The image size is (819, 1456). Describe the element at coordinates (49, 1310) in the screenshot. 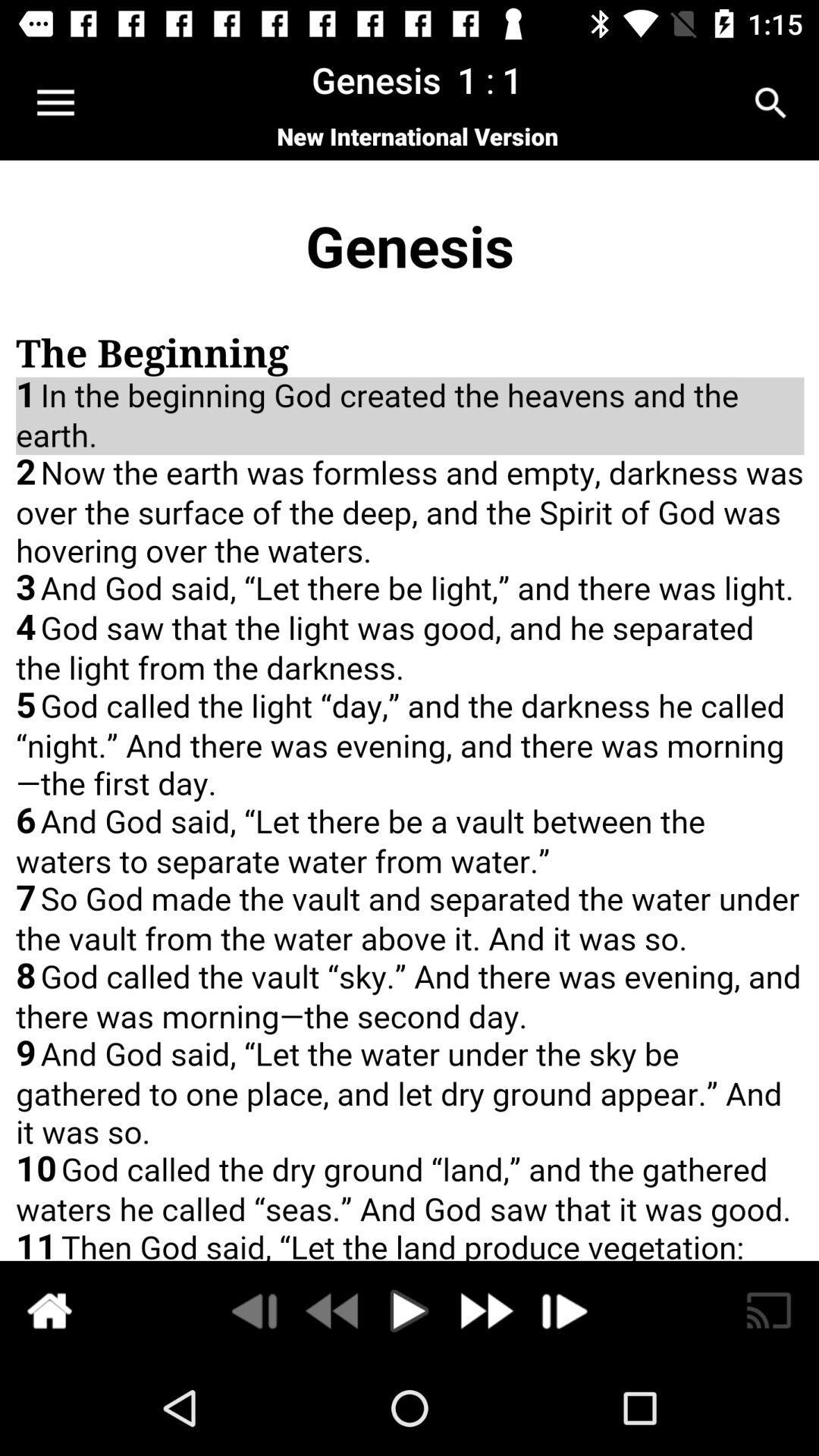

I see `the home icon` at that location.